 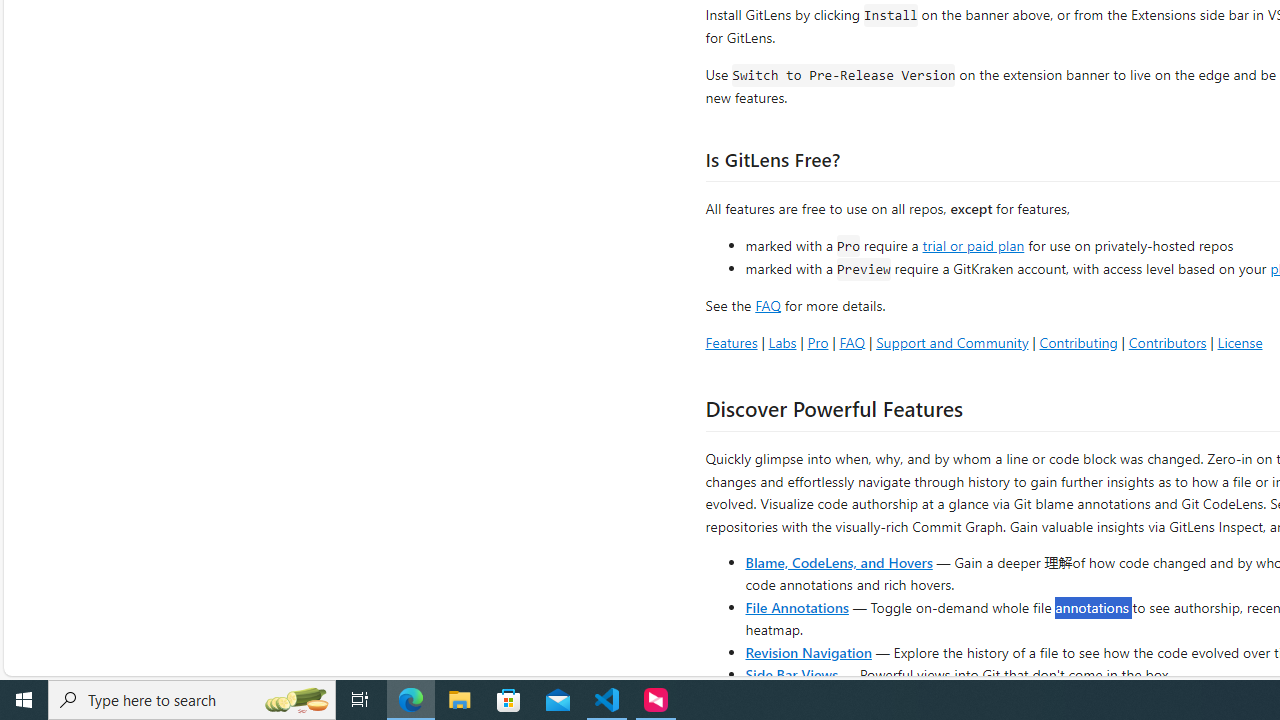 I want to click on 'Blame, CodeLens, and Hovers', so click(x=839, y=561).